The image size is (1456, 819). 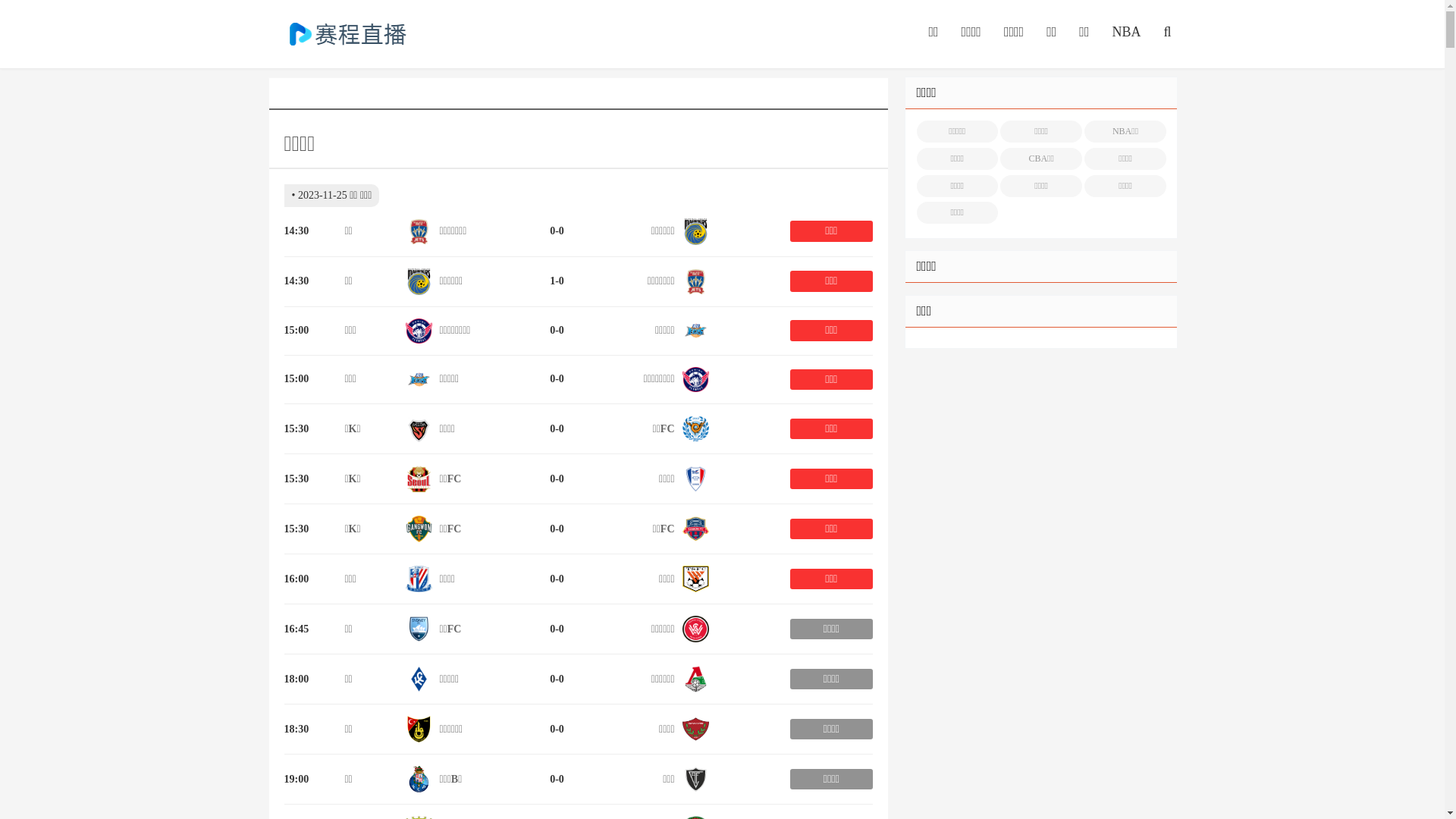 I want to click on 'NBA', so click(x=1125, y=32).